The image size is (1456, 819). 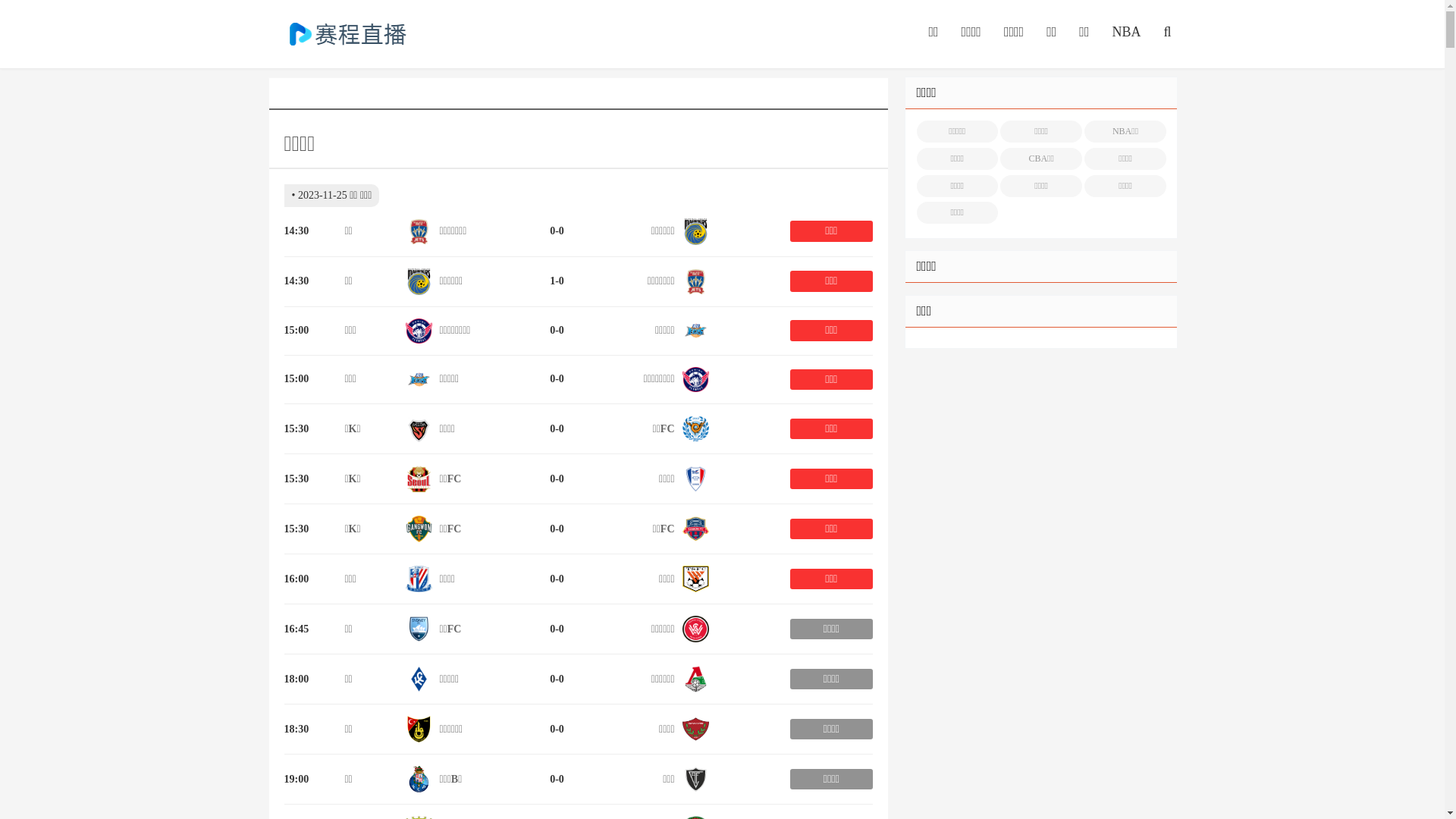 I want to click on 'NBA', so click(x=1125, y=32).